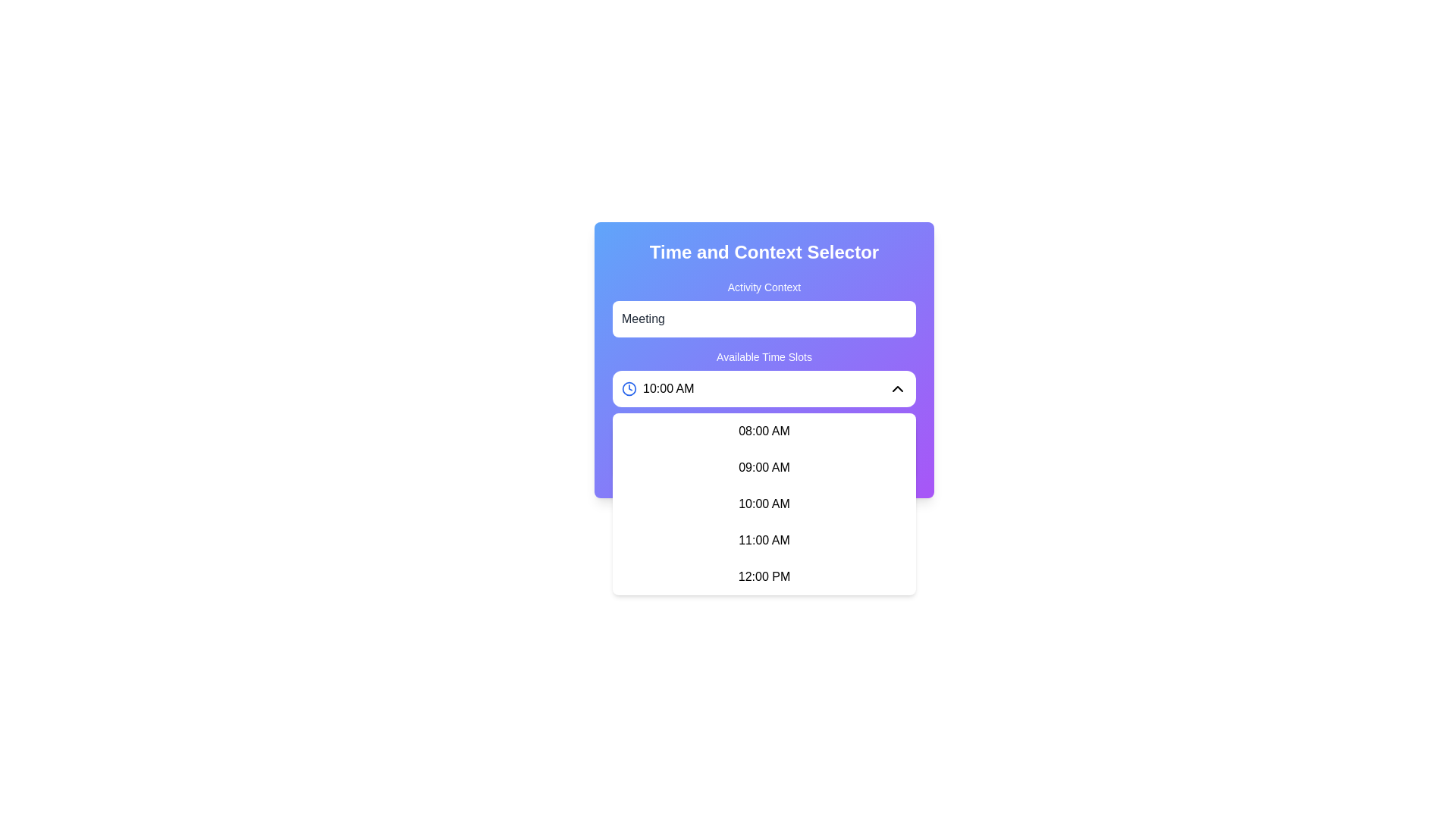 The width and height of the screenshot is (1456, 819). I want to click on the time slot labeled '11:00 AM' in the dropdown menu, so click(764, 540).